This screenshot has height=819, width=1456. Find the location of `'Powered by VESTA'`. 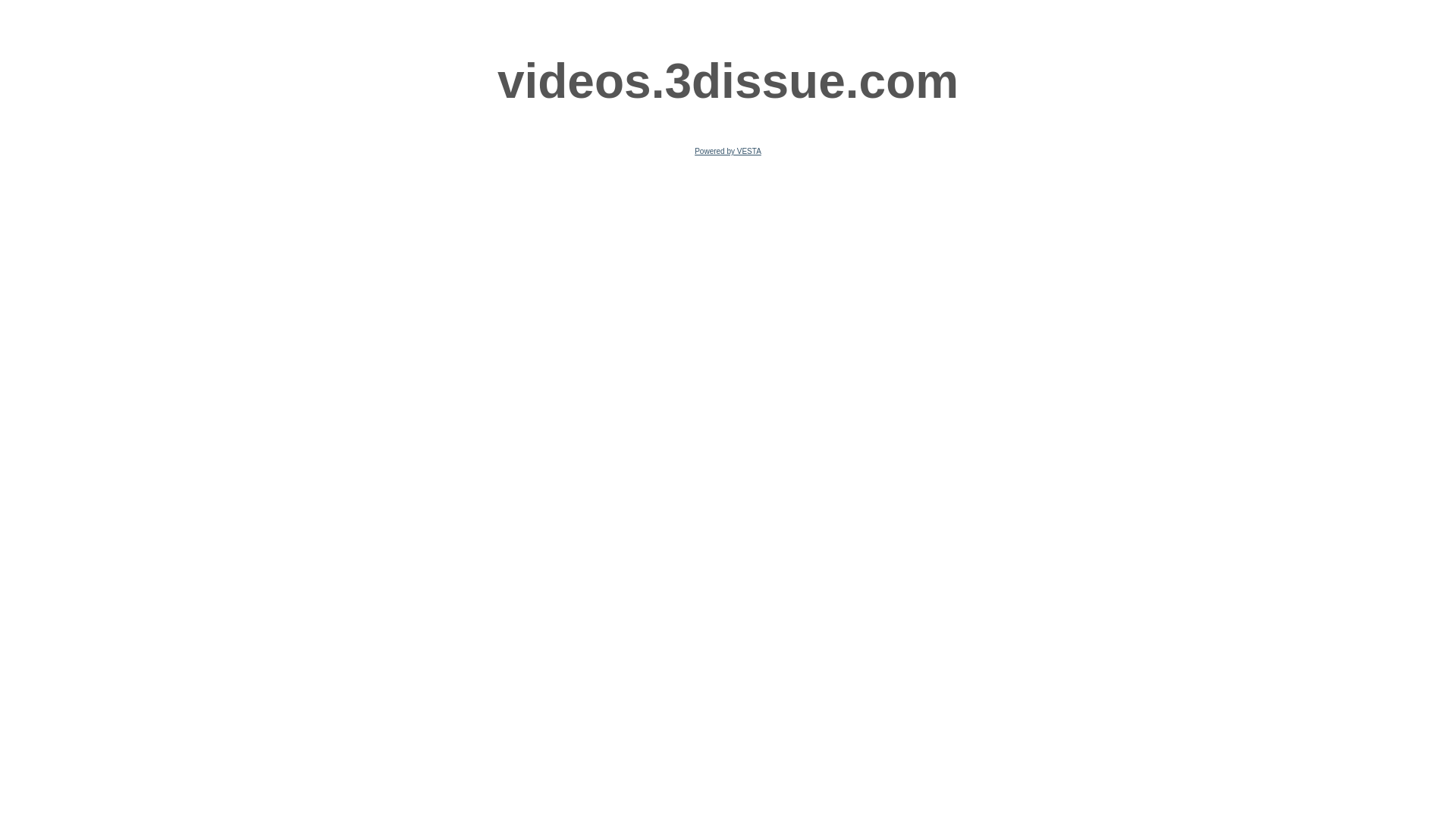

'Powered by VESTA' is located at coordinates (728, 151).